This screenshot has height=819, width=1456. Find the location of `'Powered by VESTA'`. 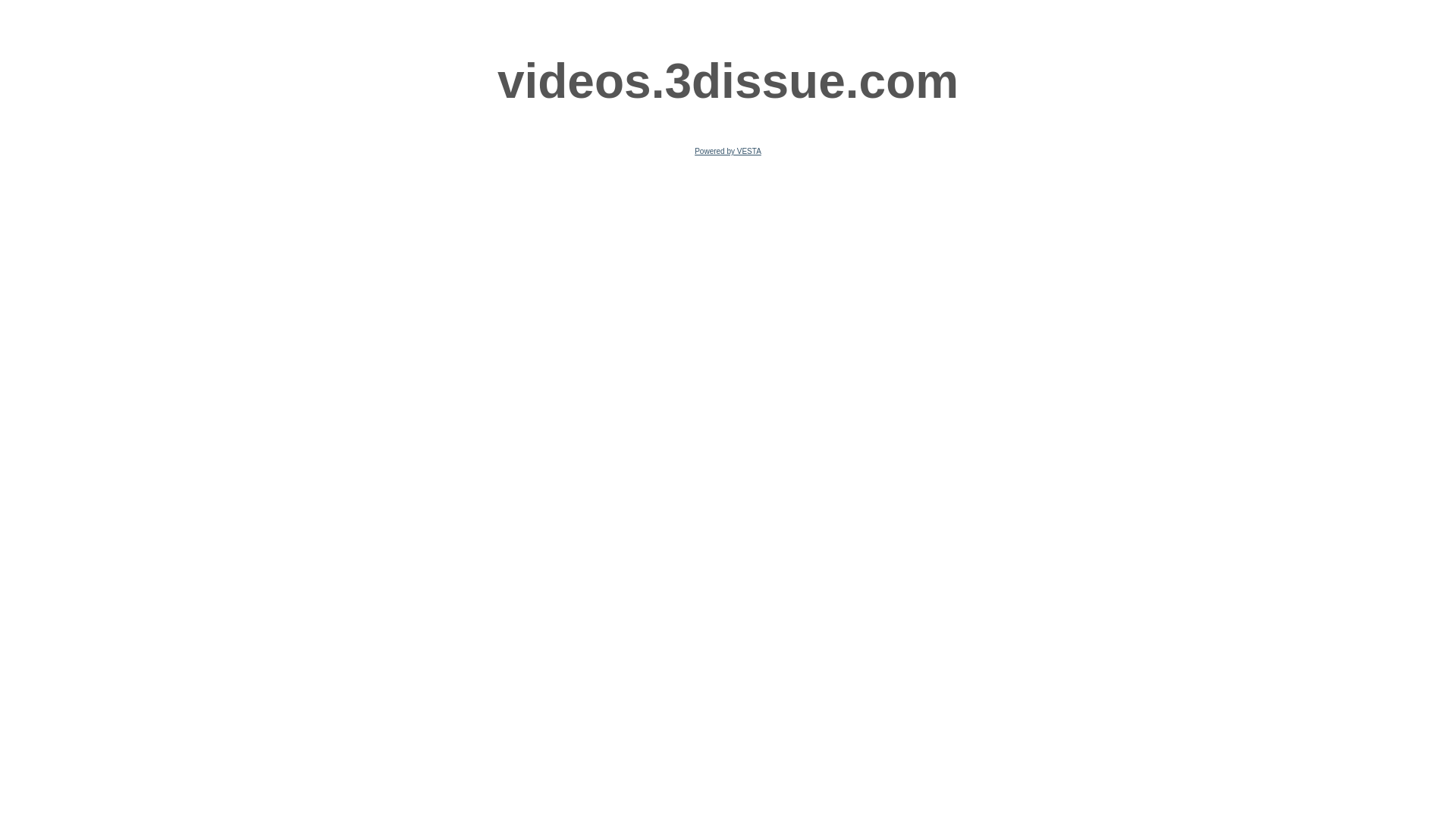

'Powered by VESTA' is located at coordinates (728, 151).